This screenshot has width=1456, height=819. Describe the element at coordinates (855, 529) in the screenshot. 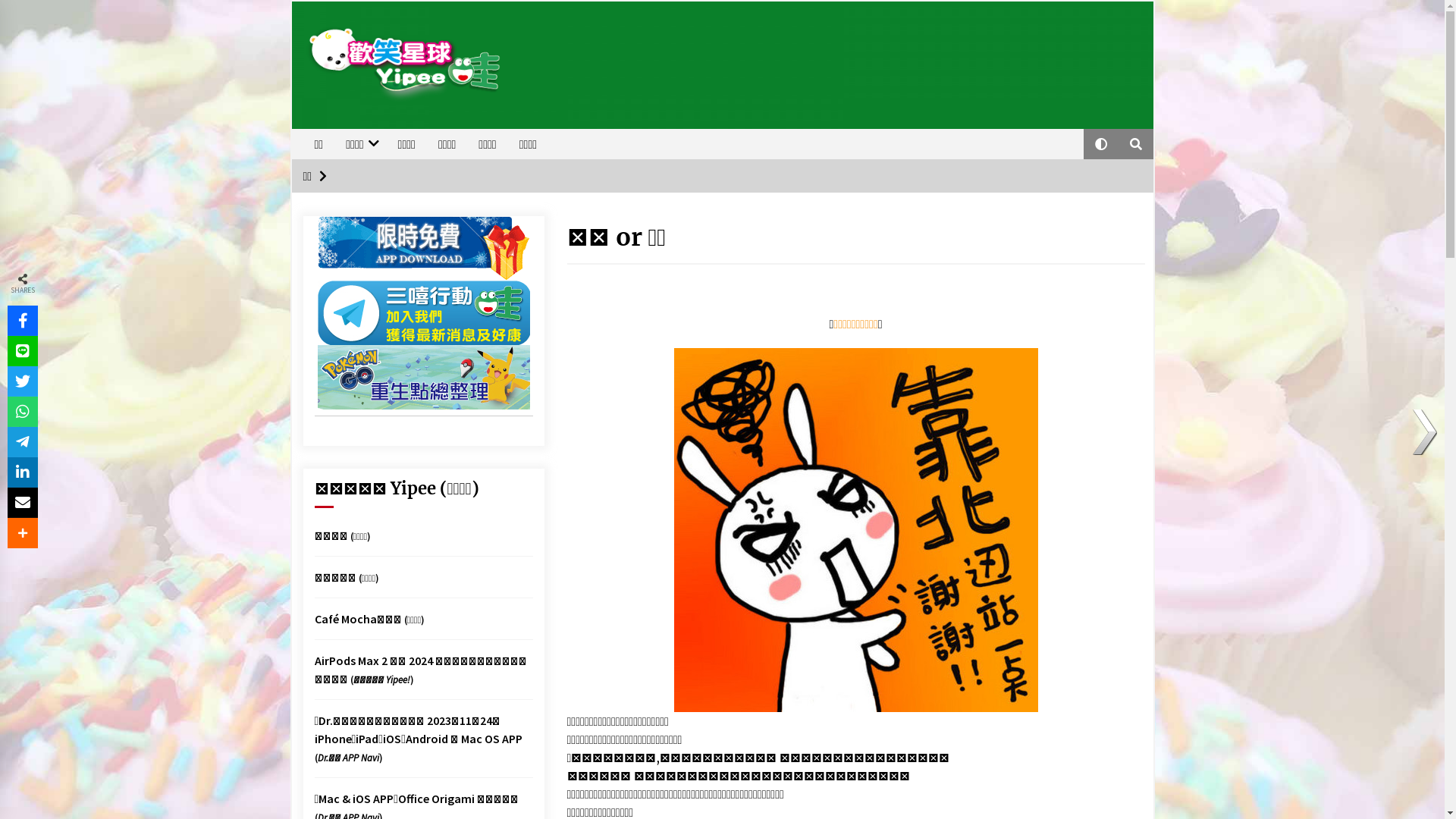

I see `'f2925'` at that location.